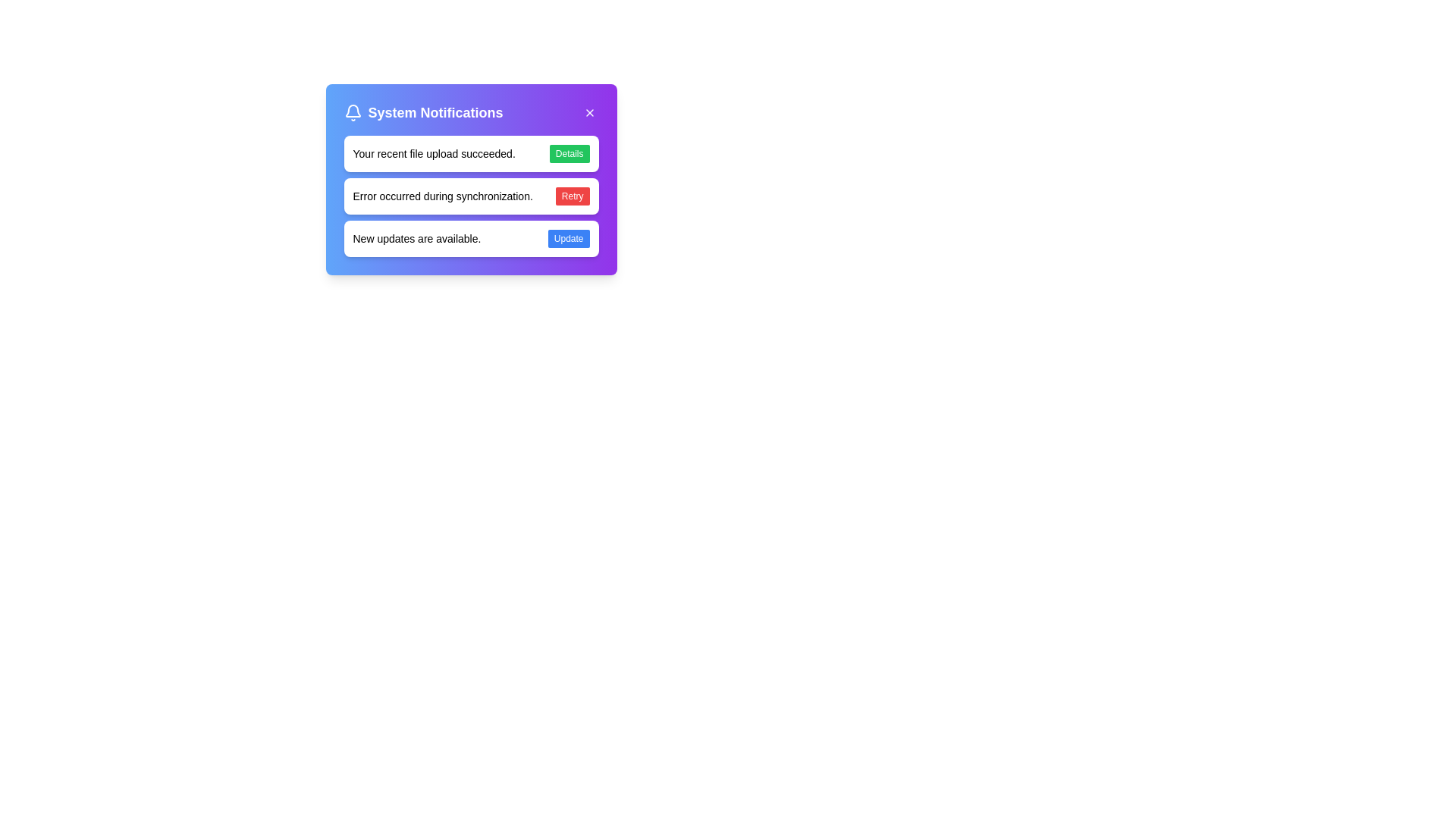 The width and height of the screenshot is (1456, 819). What do you see at coordinates (433, 154) in the screenshot?
I see `the static text label that provides feedback about the successful completion of a file upload, located centrally within a notification card to the left of the 'Details' button` at bounding box center [433, 154].